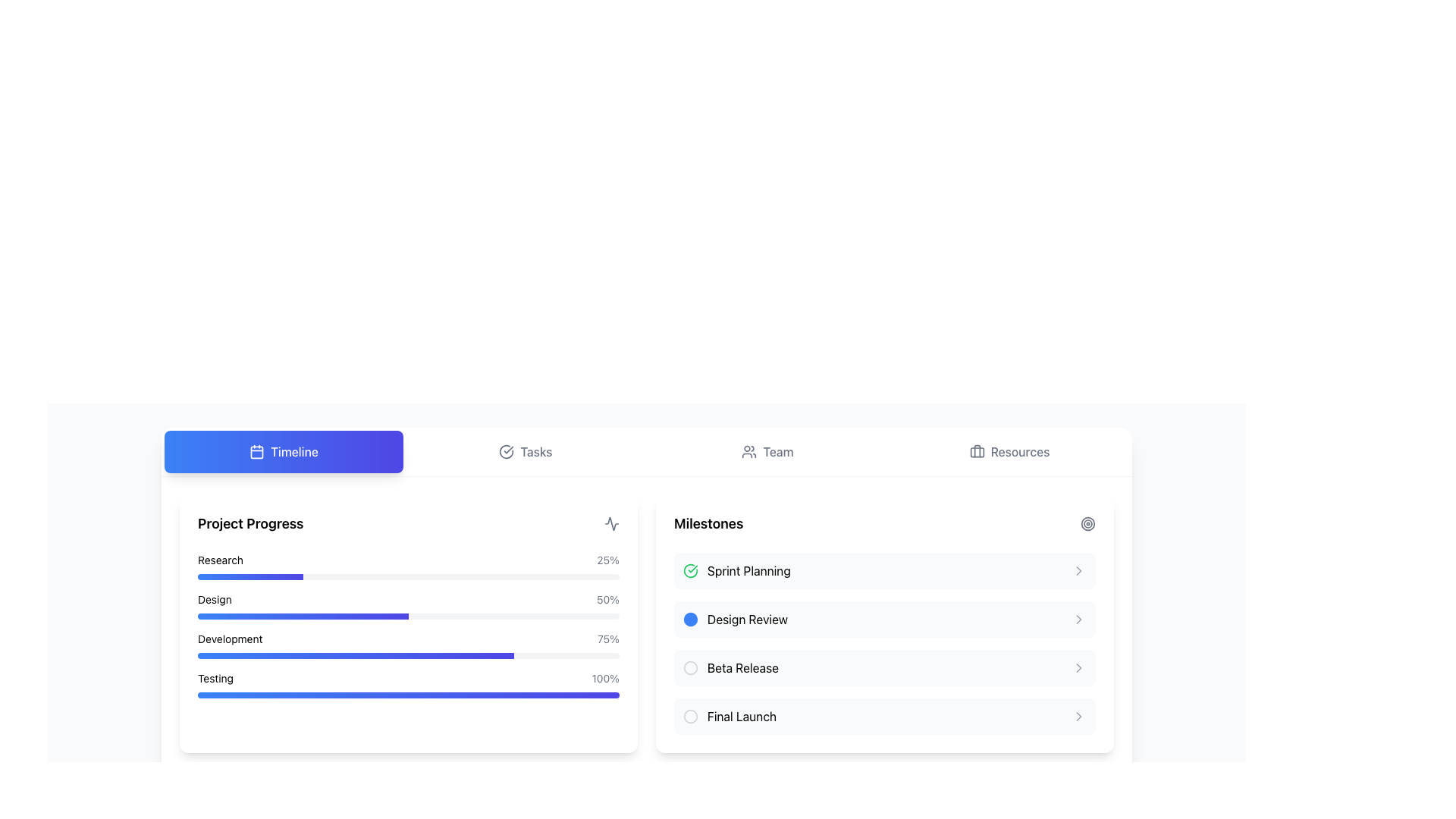  Describe the element at coordinates (408, 654) in the screenshot. I see `the Progress Bar that visually represents the 75% completion level of the 'Development' task, located below the 'Development' label in the 'Project Progress' section` at that location.